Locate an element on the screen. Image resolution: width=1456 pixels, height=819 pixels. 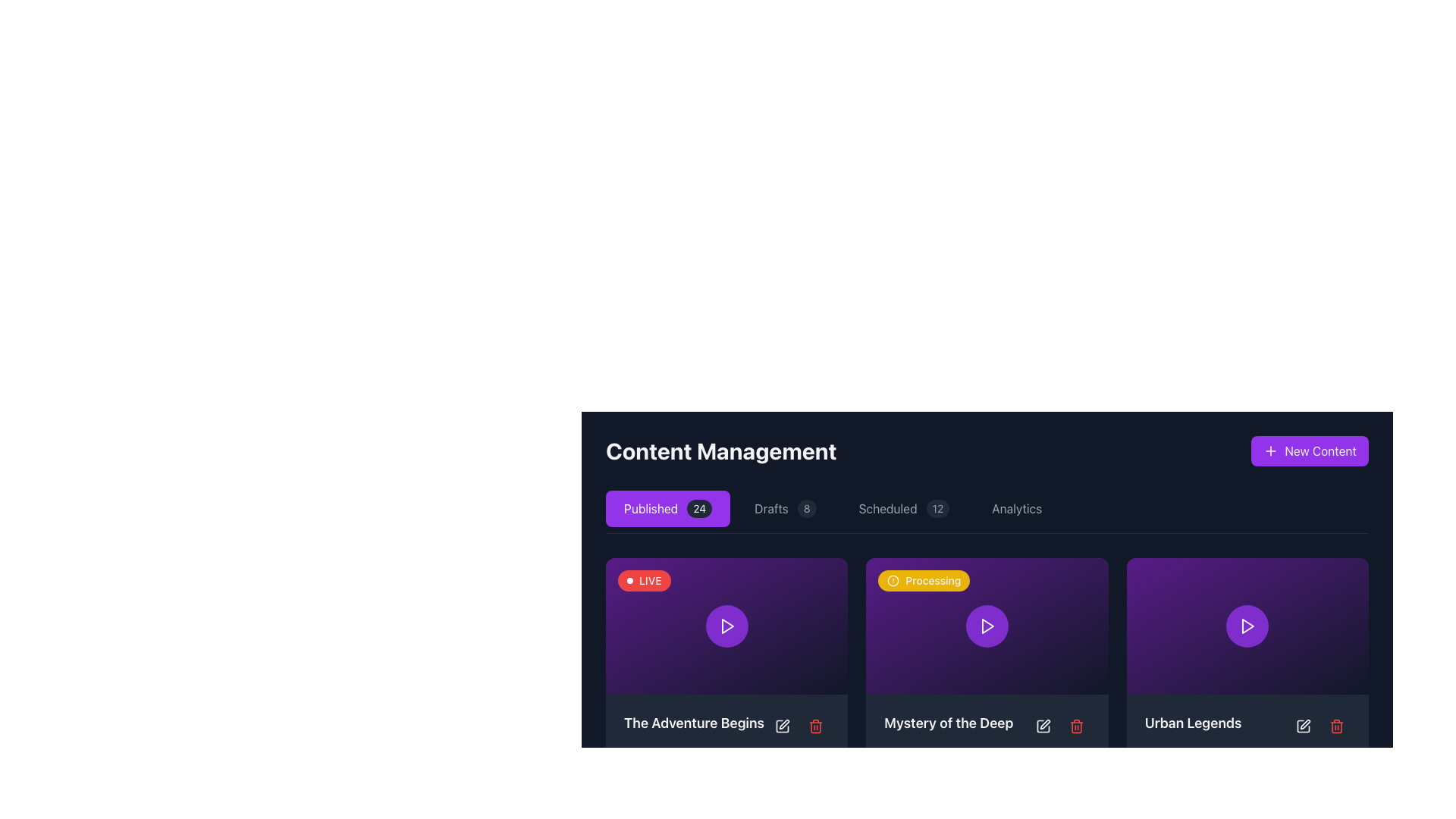
the 'Drafts' button with badge displaying '8', located between 'Published' and 'Scheduled' is located at coordinates (785, 509).